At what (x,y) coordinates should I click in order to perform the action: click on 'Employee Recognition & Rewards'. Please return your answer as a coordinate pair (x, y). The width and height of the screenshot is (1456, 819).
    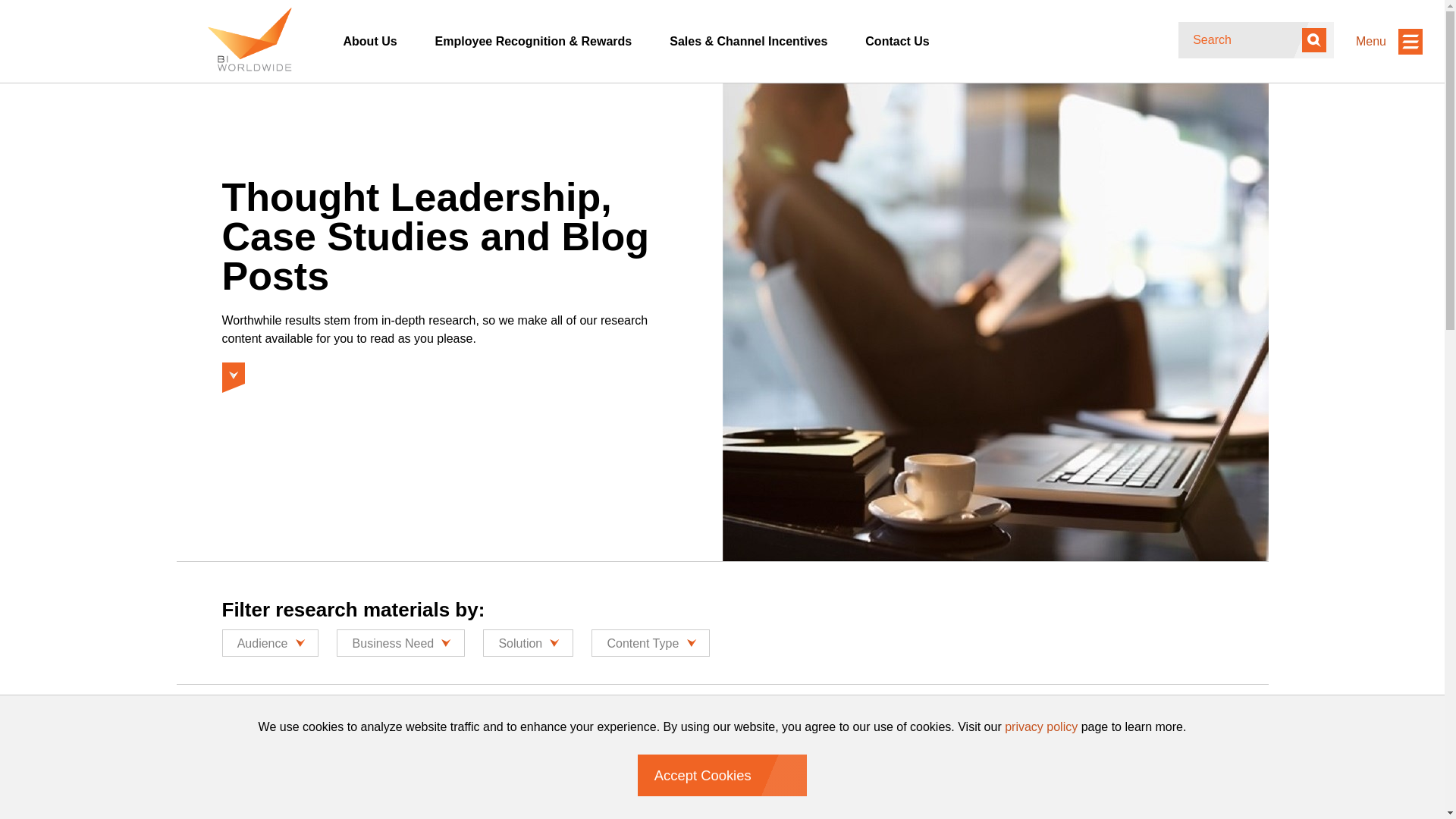
    Looking at the image, I should click on (534, 40).